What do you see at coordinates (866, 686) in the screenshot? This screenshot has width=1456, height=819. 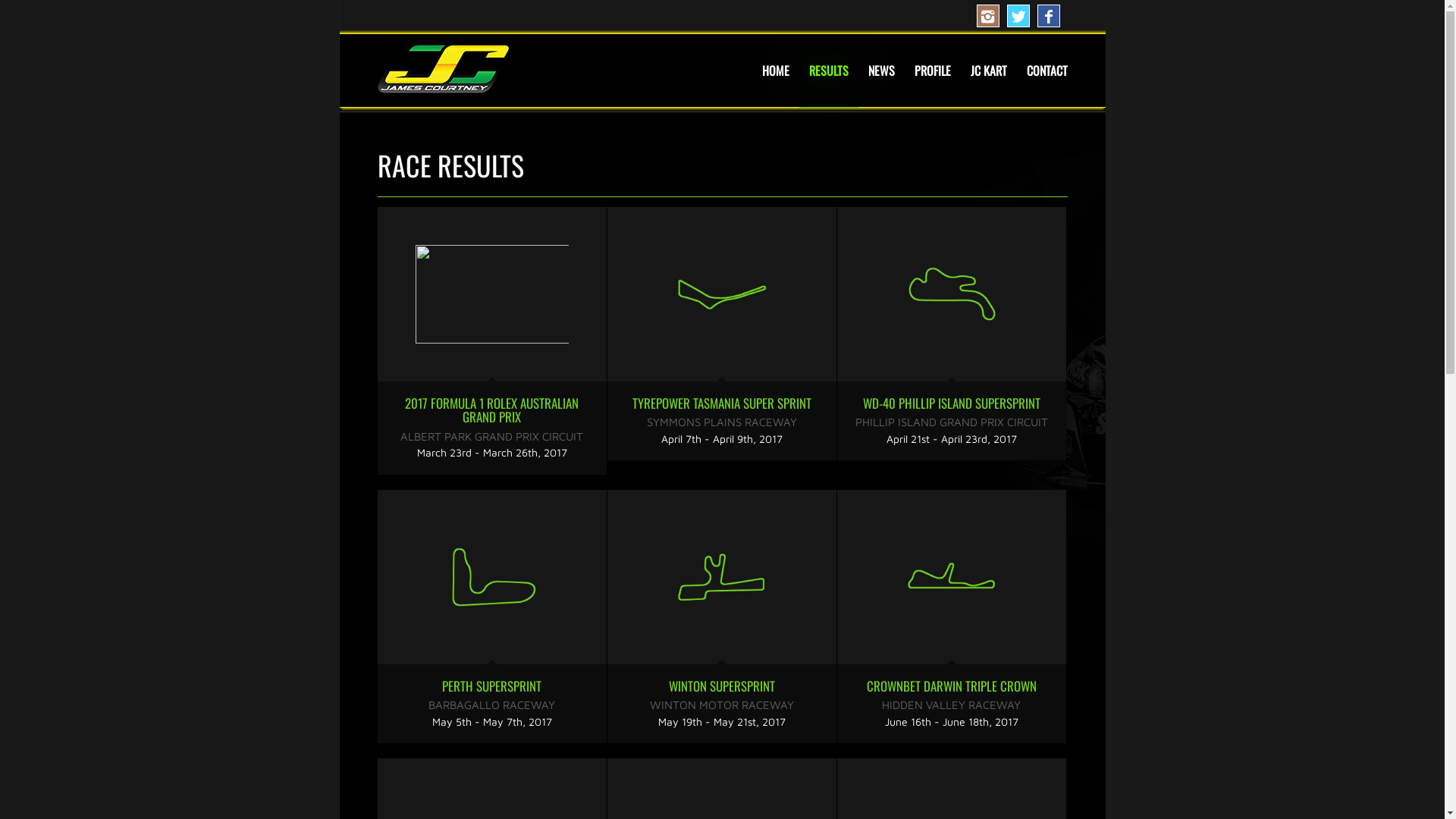 I see `'CROWNBET DARWIN TRIPLE CROWN'` at bounding box center [866, 686].